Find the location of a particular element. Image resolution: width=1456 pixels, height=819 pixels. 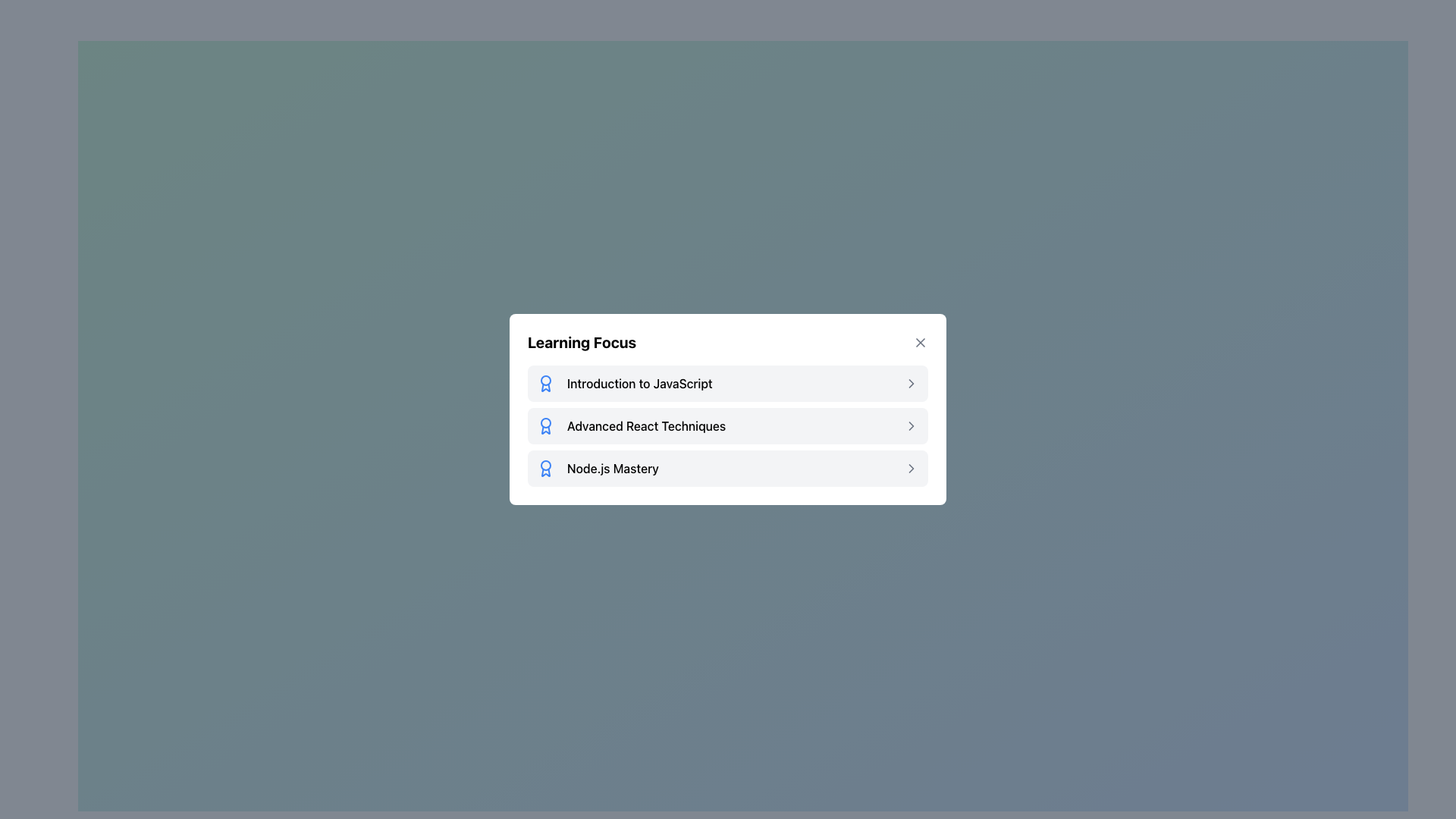

the Text label that serves as a title for an advanced course on React techniques, located in the second row of the vertical list within the 'Learning Focus' card, to the right of a bookmark or award icon is located at coordinates (646, 426).